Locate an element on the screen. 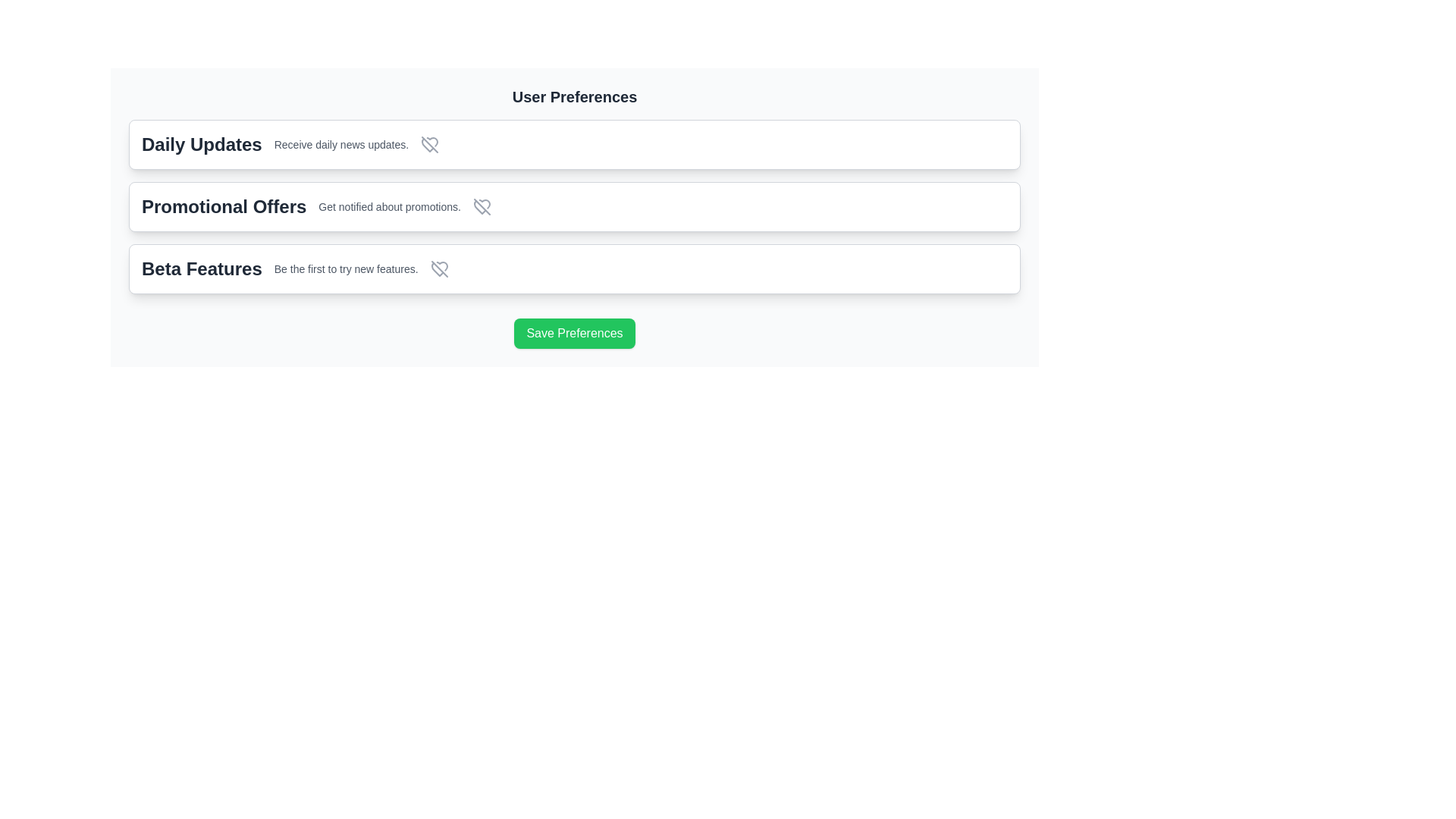 Image resolution: width=1456 pixels, height=819 pixels. the Text Label that provides supplementary description to the title 'Promotional Offers', located beneath it within the card is located at coordinates (390, 207).